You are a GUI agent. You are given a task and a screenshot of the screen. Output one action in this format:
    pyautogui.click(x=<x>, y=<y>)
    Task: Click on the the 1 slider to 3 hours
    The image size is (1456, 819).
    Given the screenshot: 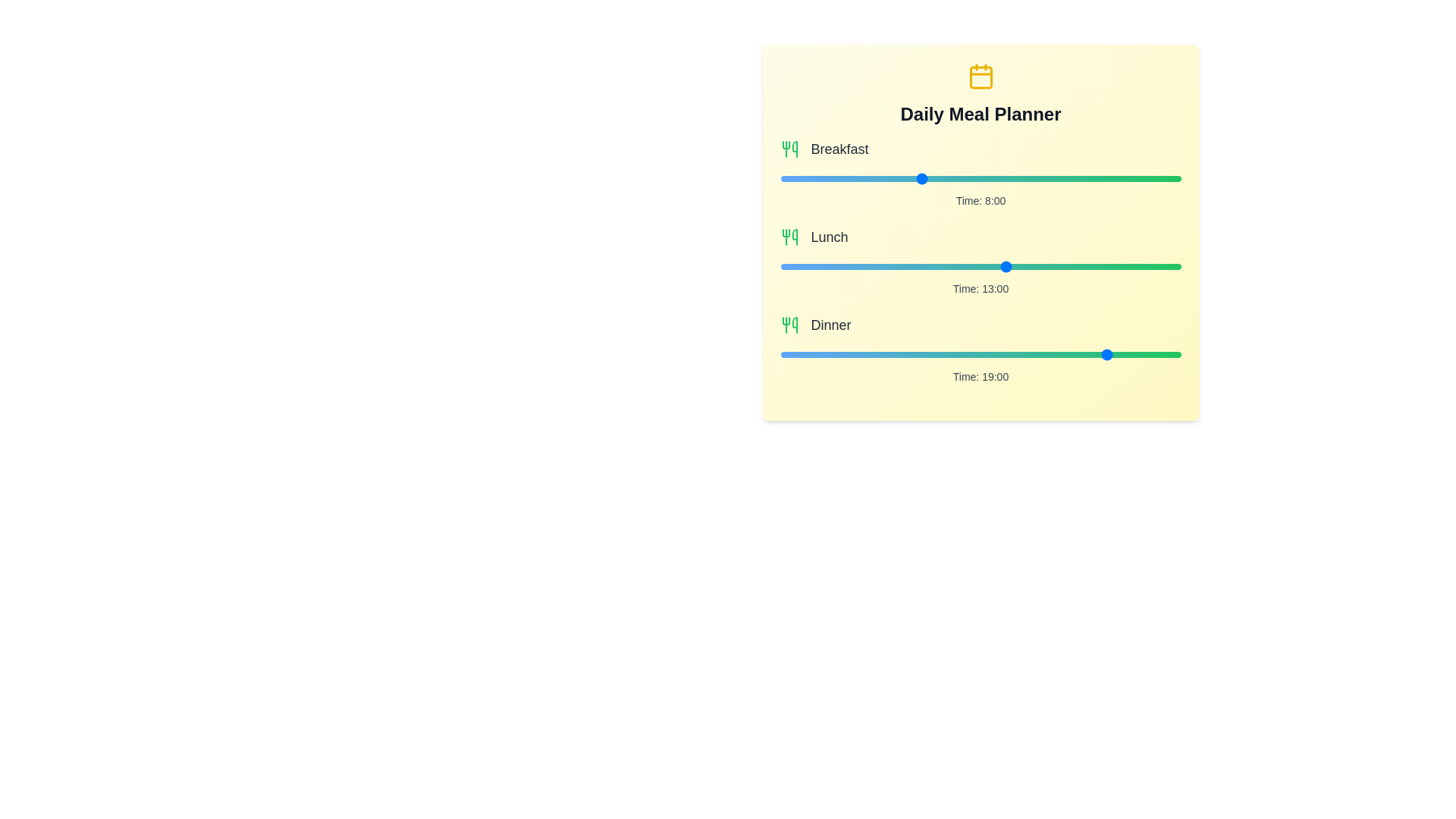 What is the action you would take?
    pyautogui.click(x=1032, y=265)
    